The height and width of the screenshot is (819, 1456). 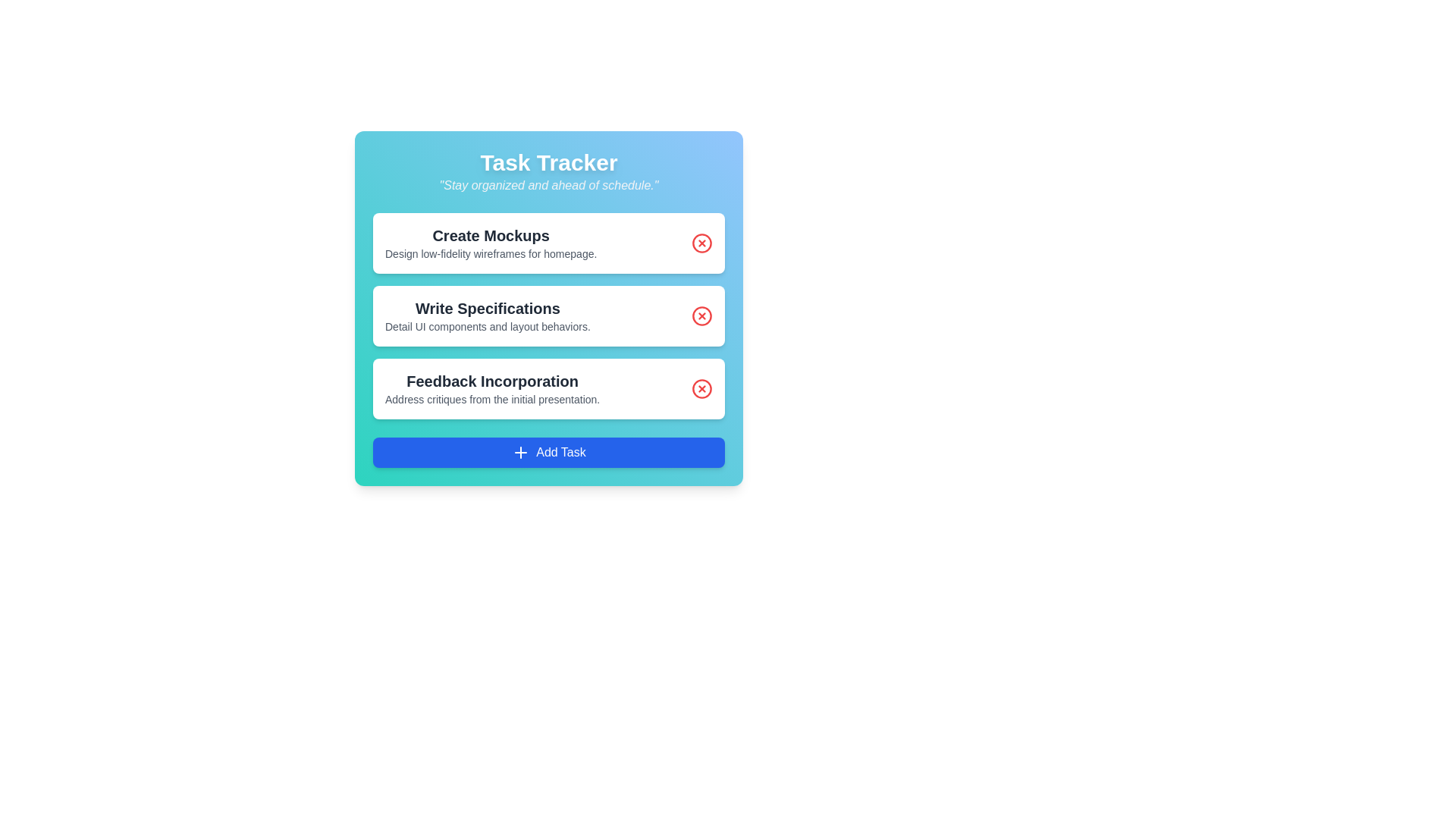 I want to click on the task titled 'Write Specifications' to read its details, so click(x=548, y=315).